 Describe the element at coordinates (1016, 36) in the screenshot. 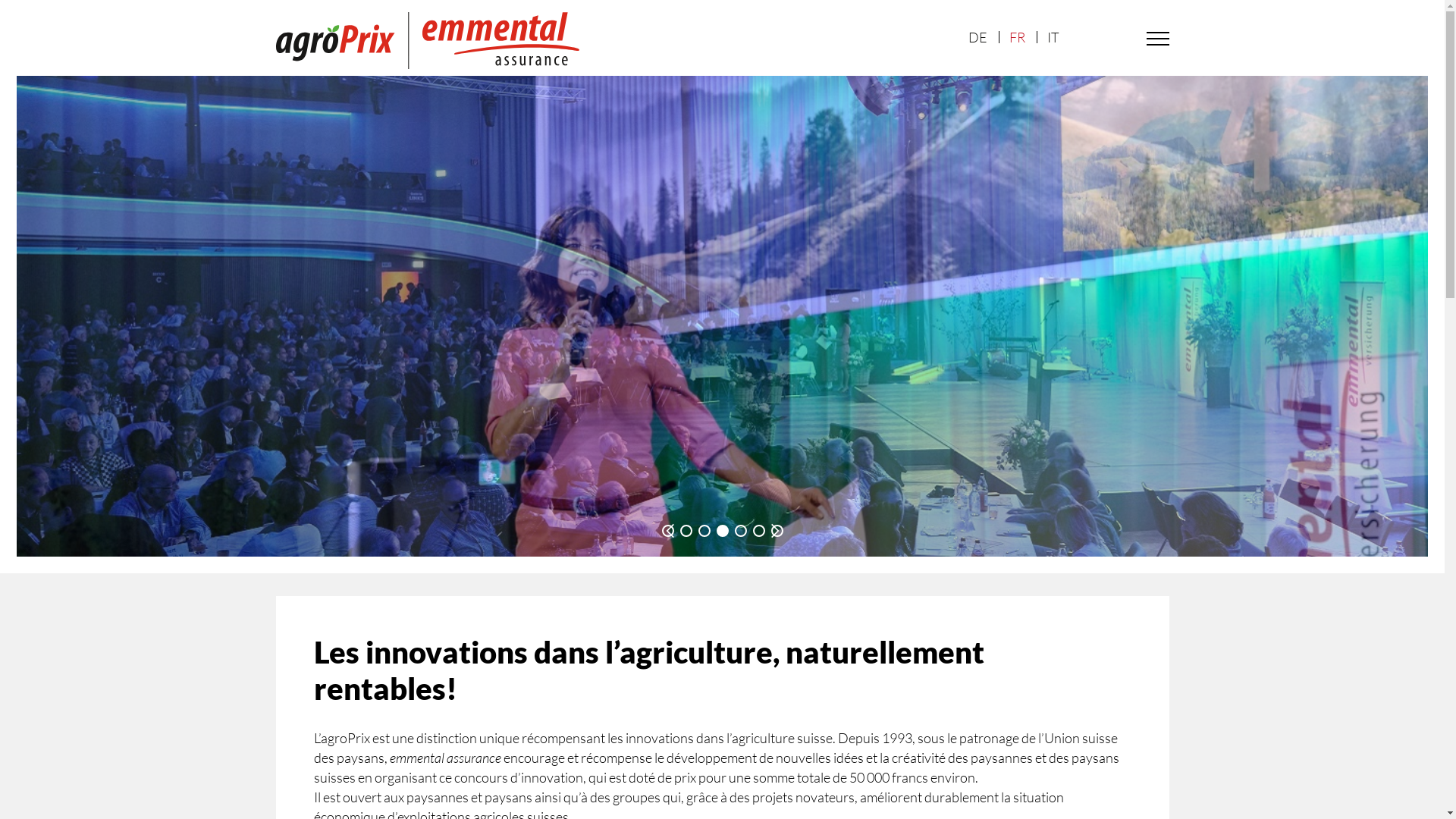

I see `'FR'` at that location.